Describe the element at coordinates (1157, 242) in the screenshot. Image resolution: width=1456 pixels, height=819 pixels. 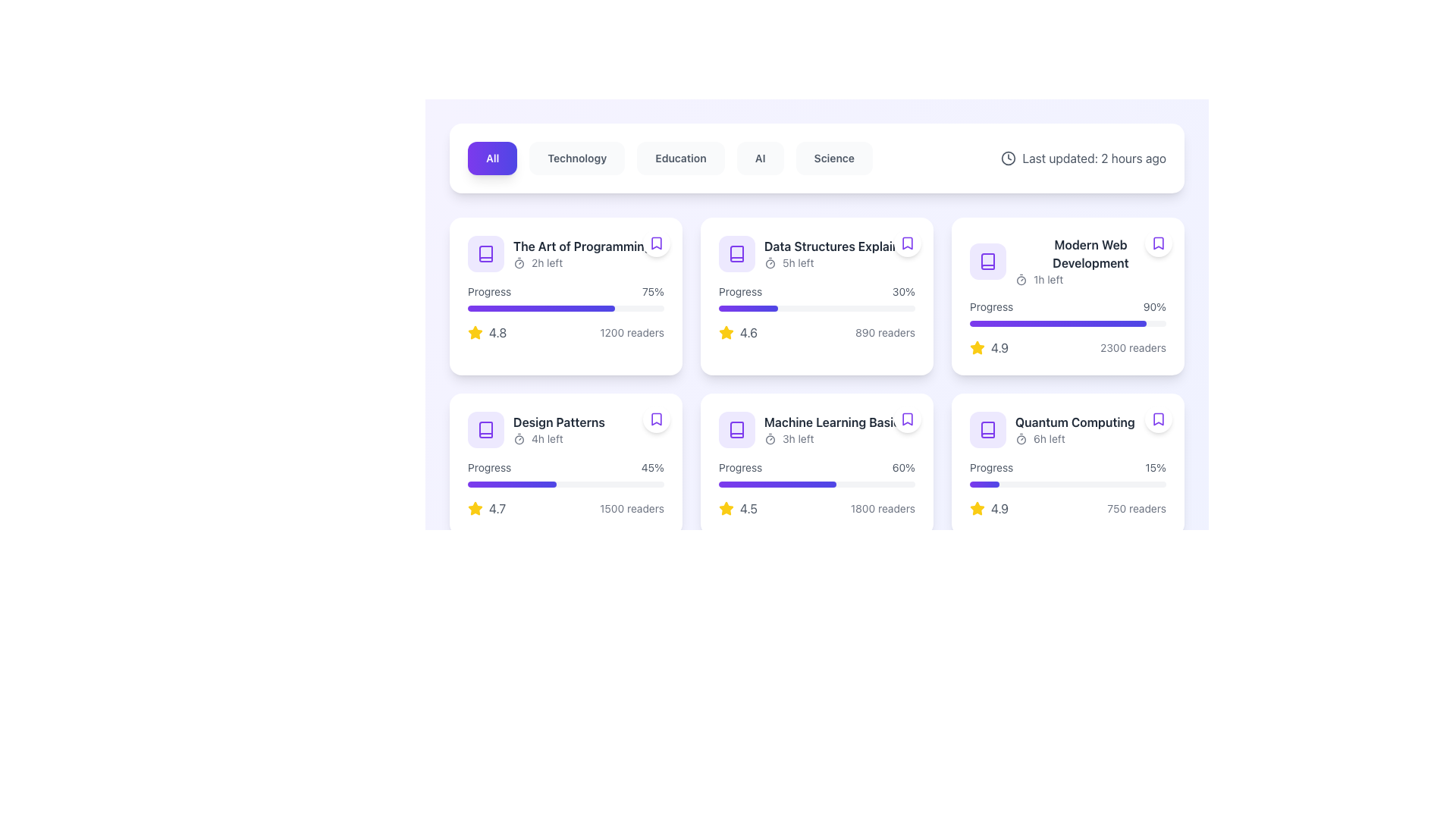
I see `the bookmark icon representing the saved item 'Modern Web Development' located in the top-right corner of the corresponding card` at that location.